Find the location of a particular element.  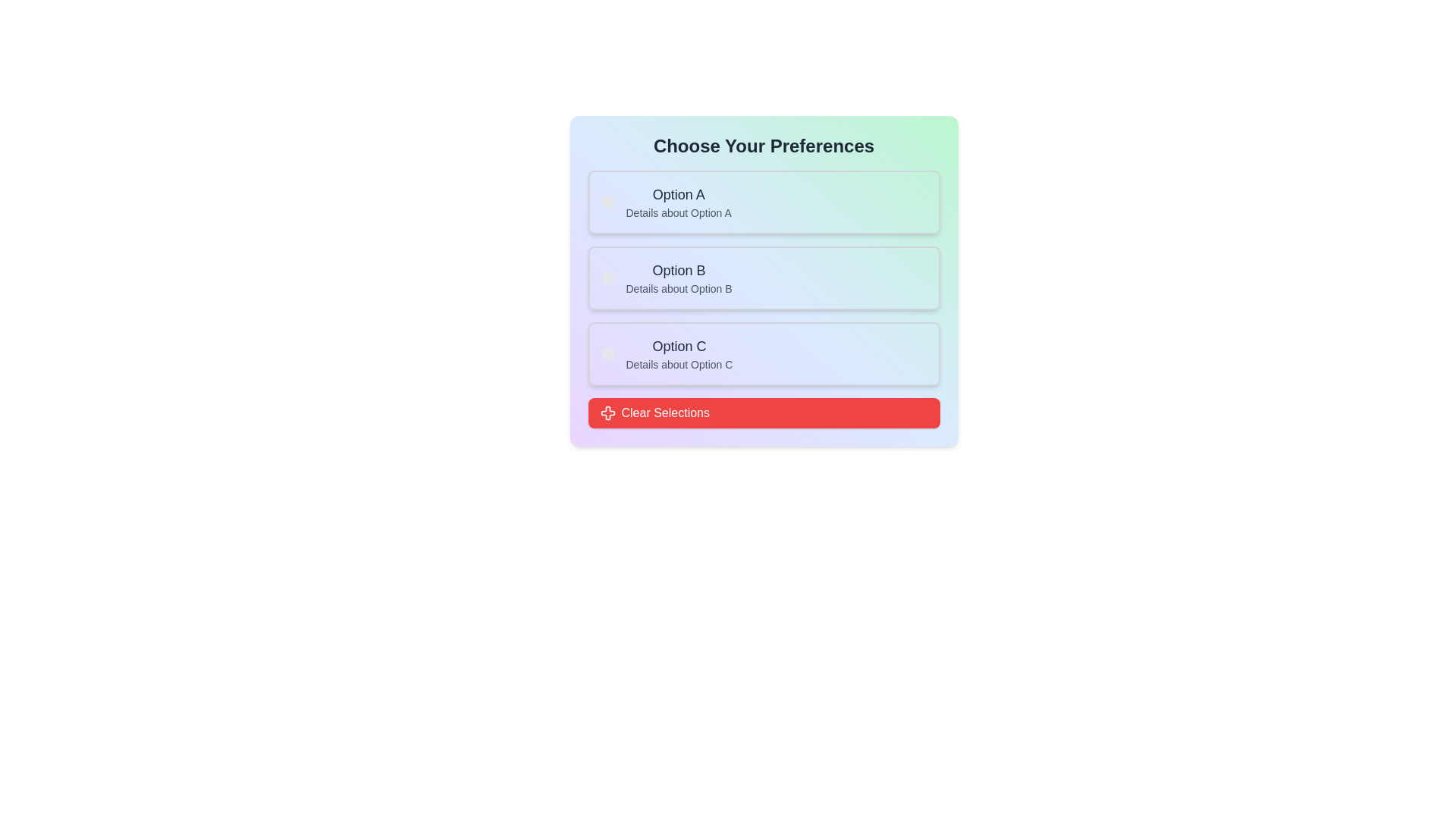

the first selectable list item labeled 'Option A' with details about it is located at coordinates (764, 201).